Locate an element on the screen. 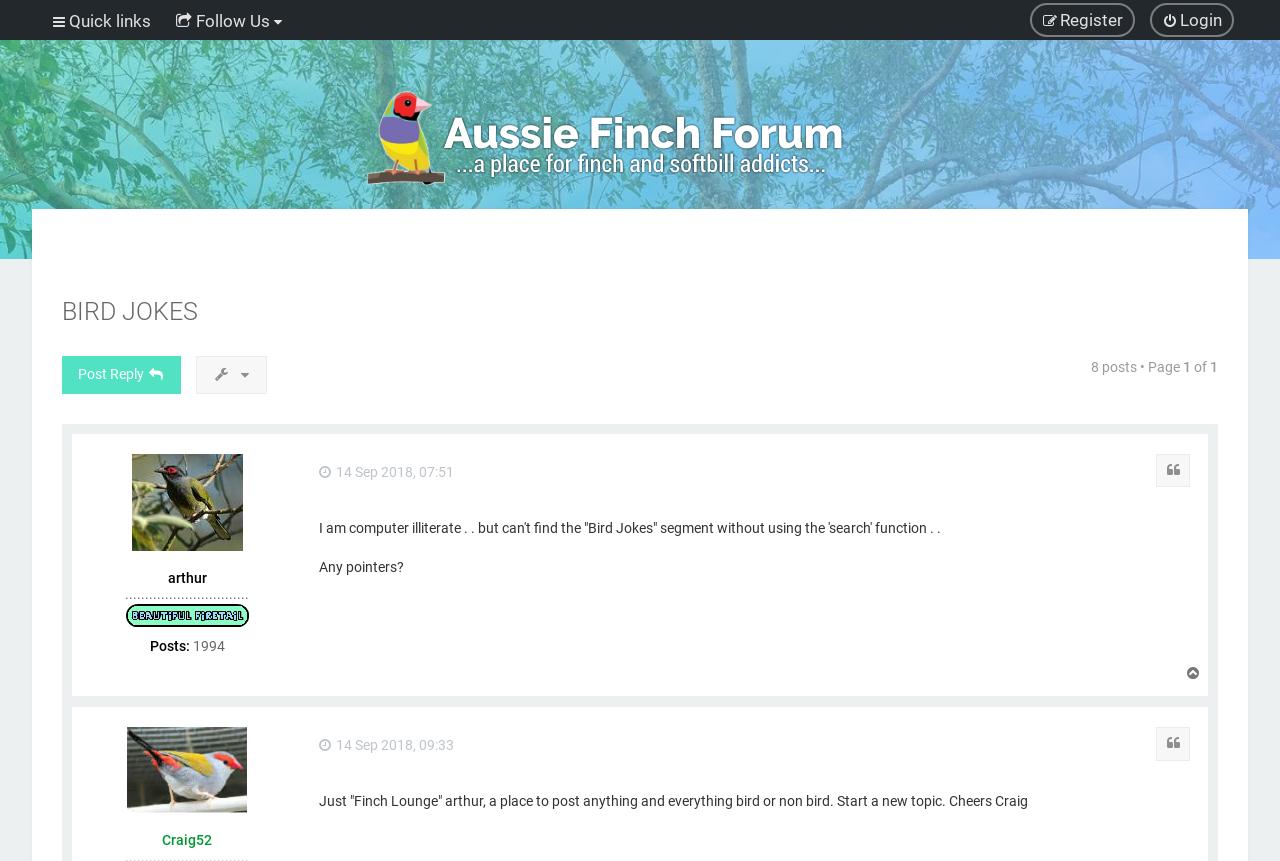  'Quick links' is located at coordinates (108, 21).